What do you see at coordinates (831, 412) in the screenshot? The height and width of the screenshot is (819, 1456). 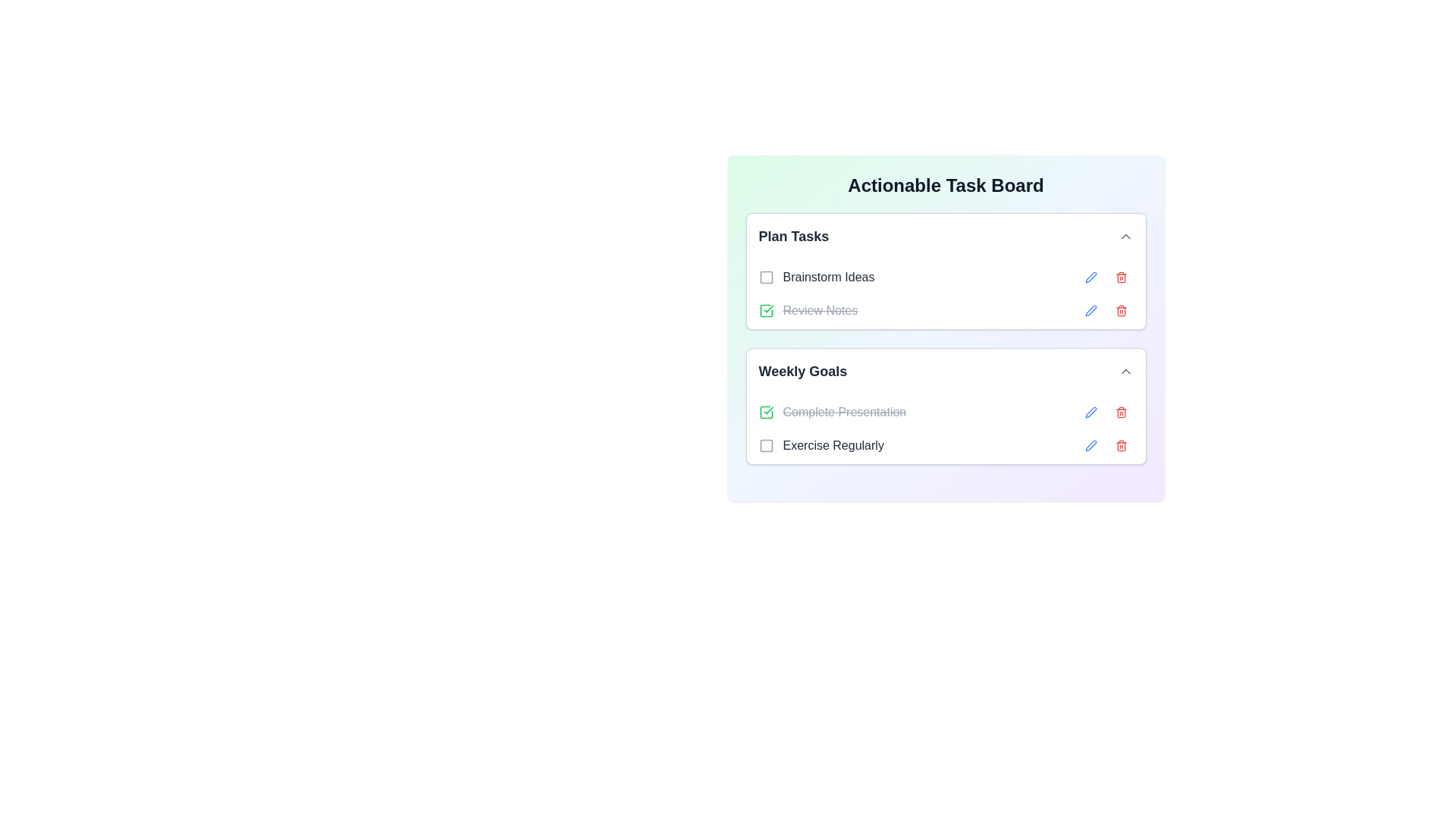 I see `the 'Complete Presentation' label, which is styled with a line-through format and gray color, indicating that the associated task is completed. This label is located under the 'Weekly Goals' section of the 'Actionable Task Board', aligned with a green checkbox icon to its left` at bounding box center [831, 412].